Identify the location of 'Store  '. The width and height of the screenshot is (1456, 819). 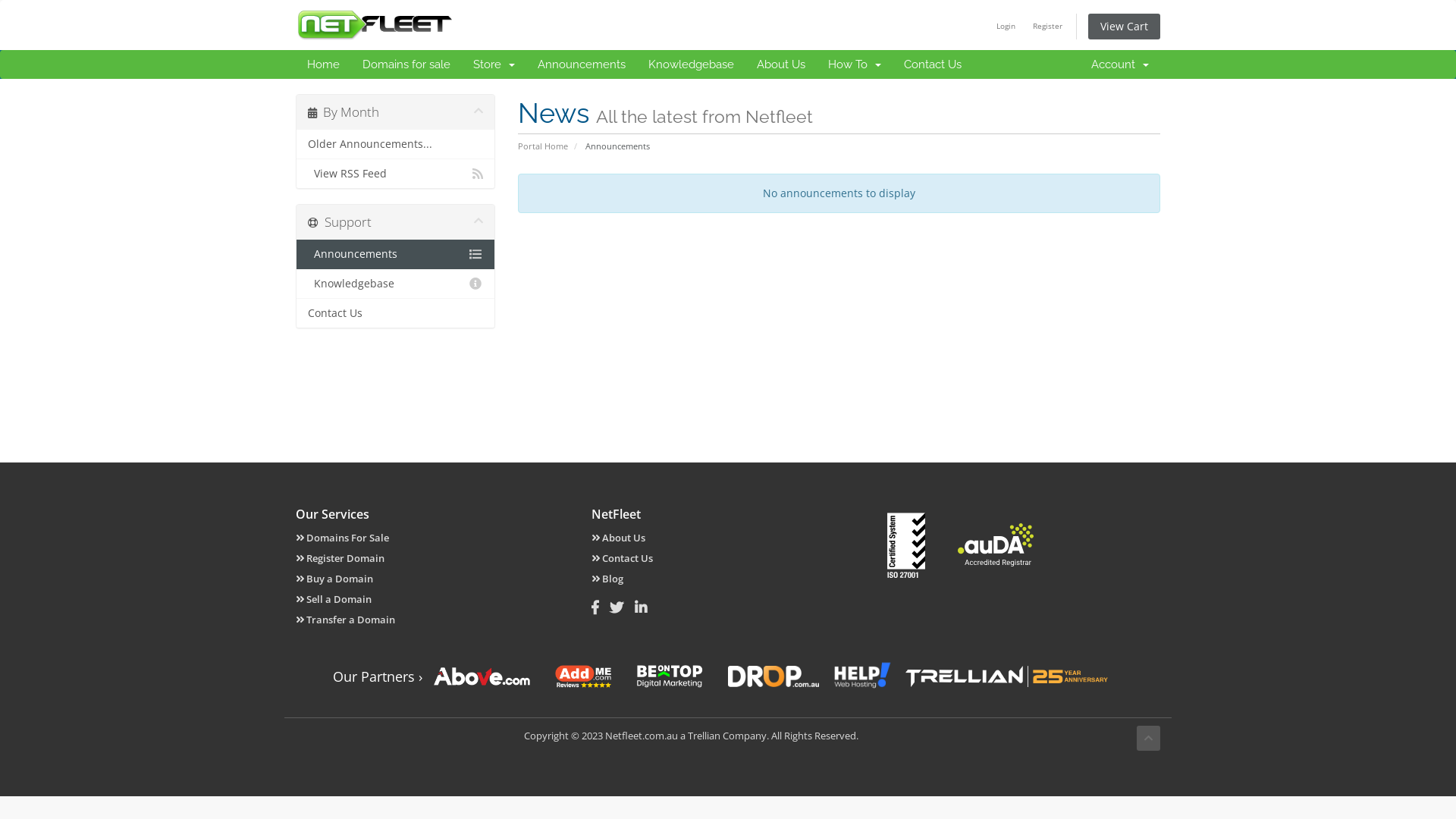
(494, 63).